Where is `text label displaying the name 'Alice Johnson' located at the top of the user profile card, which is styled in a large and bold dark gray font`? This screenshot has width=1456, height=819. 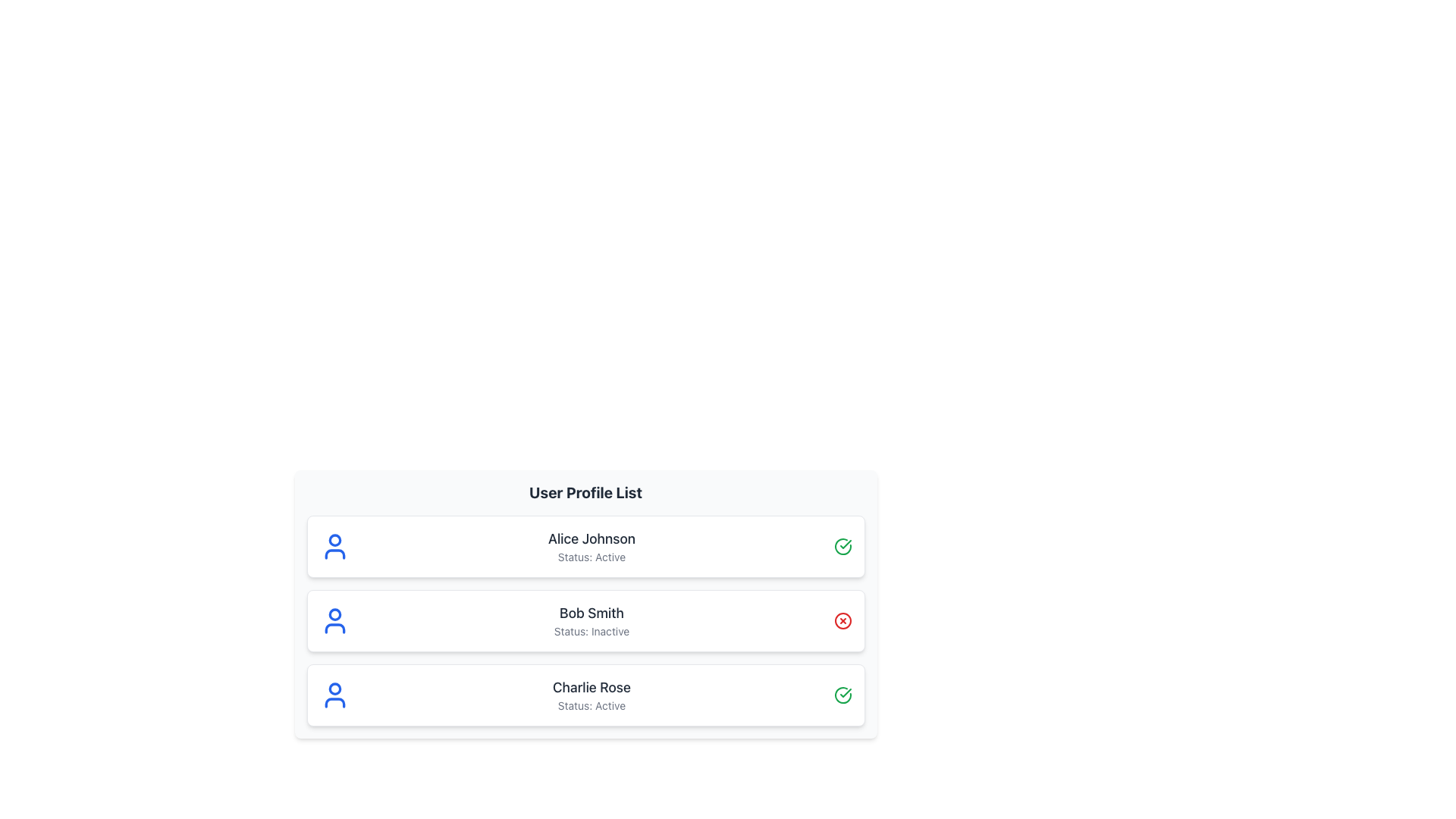
text label displaying the name 'Alice Johnson' located at the top of the user profile card, which is styled in a large and bold dark gray font is located at coordinates (591, 538).